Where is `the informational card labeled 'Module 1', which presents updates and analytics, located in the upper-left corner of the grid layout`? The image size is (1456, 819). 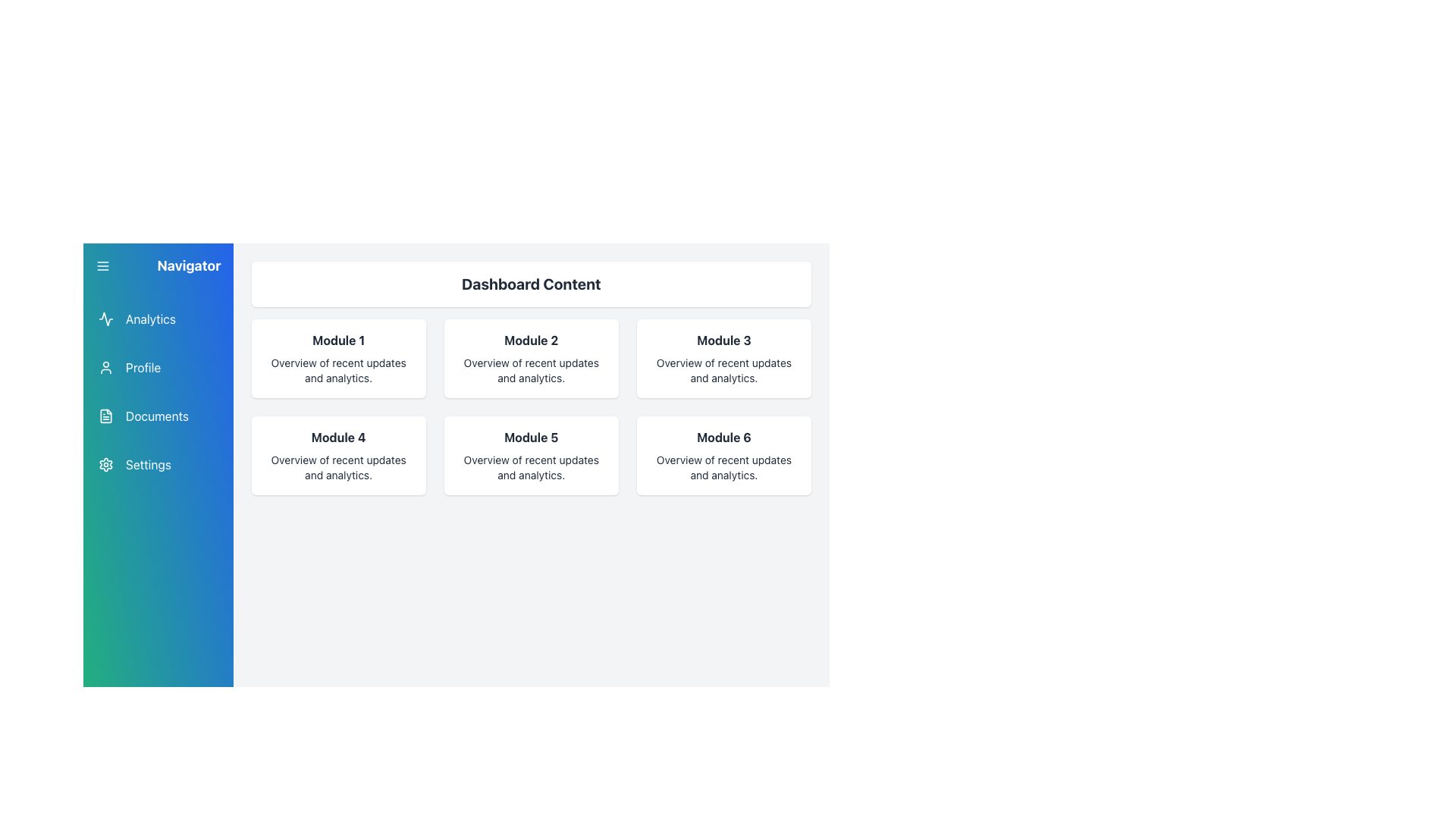 the informational card labeled 'Module 1', which presents updates and analytics, located in the upper-left corner of the grid layout is located at coordinates (337, 359).